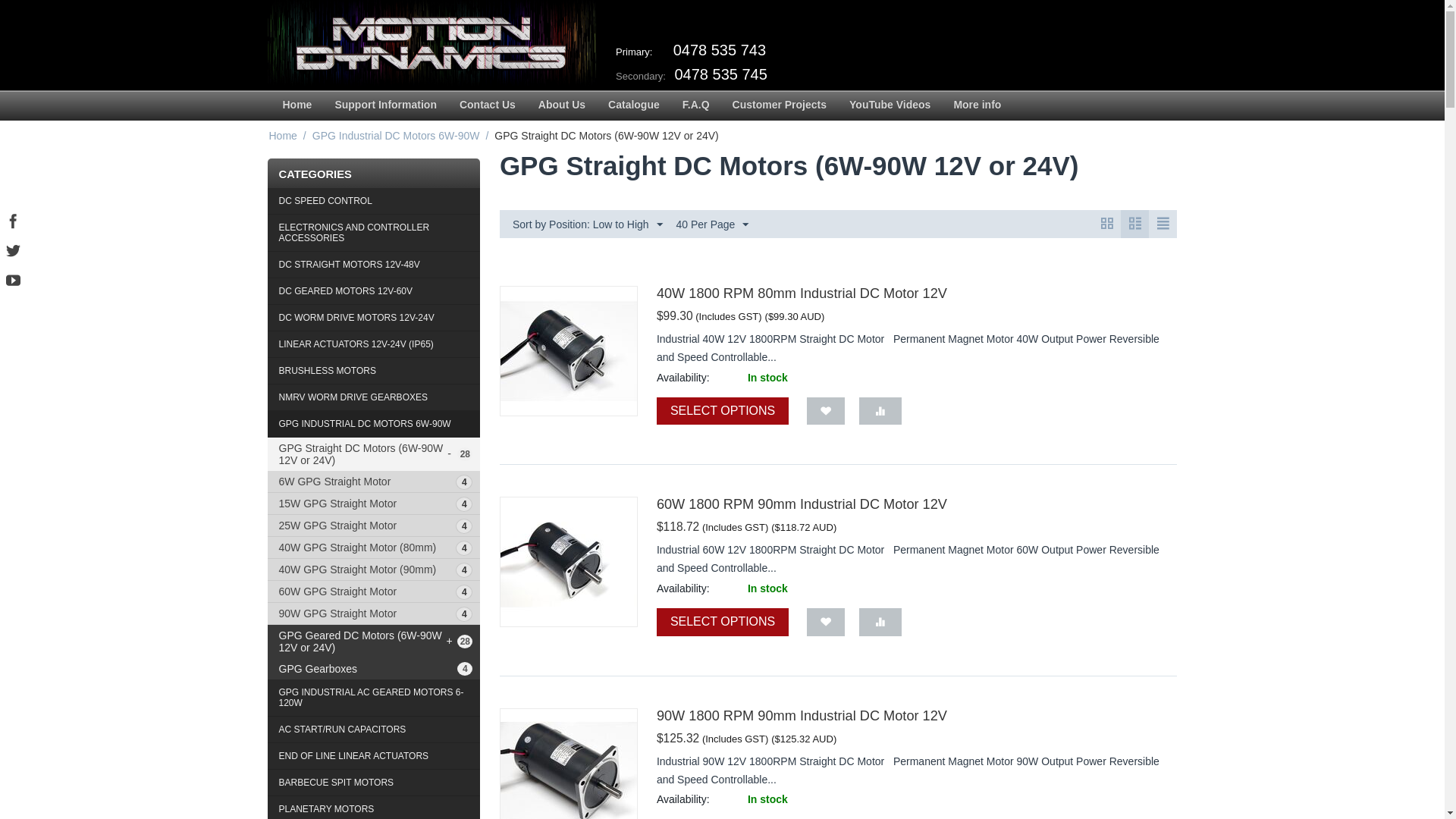 This screenshot has height=819, width=1456. What do you see at coordinates (373, 264) in the screenshot?
I see `'DC STRAIGHT MOTORS 12V-48V'` at bounding box center [373, 264].